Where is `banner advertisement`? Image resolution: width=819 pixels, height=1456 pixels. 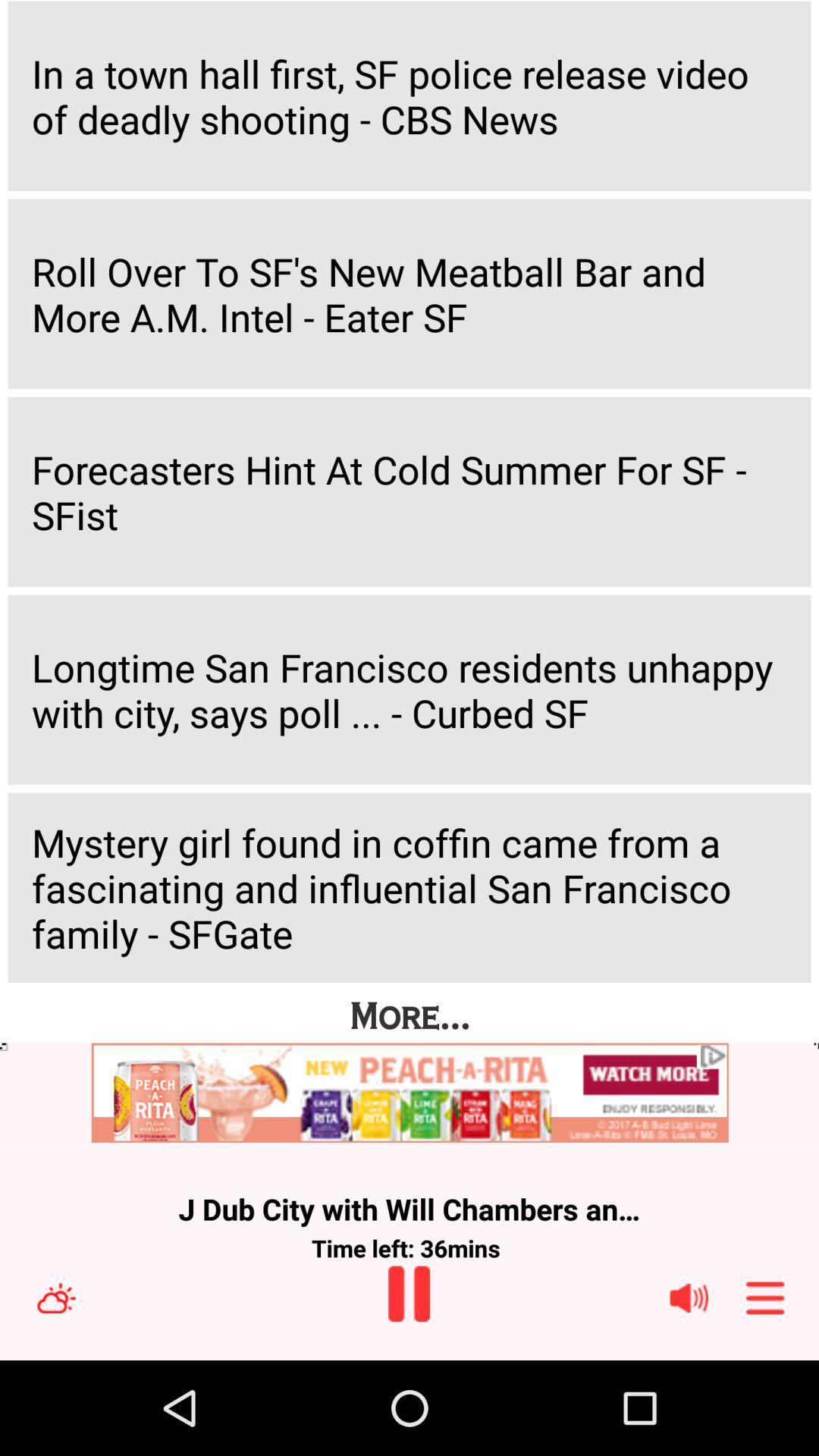 banner advertisement is located at coordinates (409, 1094).